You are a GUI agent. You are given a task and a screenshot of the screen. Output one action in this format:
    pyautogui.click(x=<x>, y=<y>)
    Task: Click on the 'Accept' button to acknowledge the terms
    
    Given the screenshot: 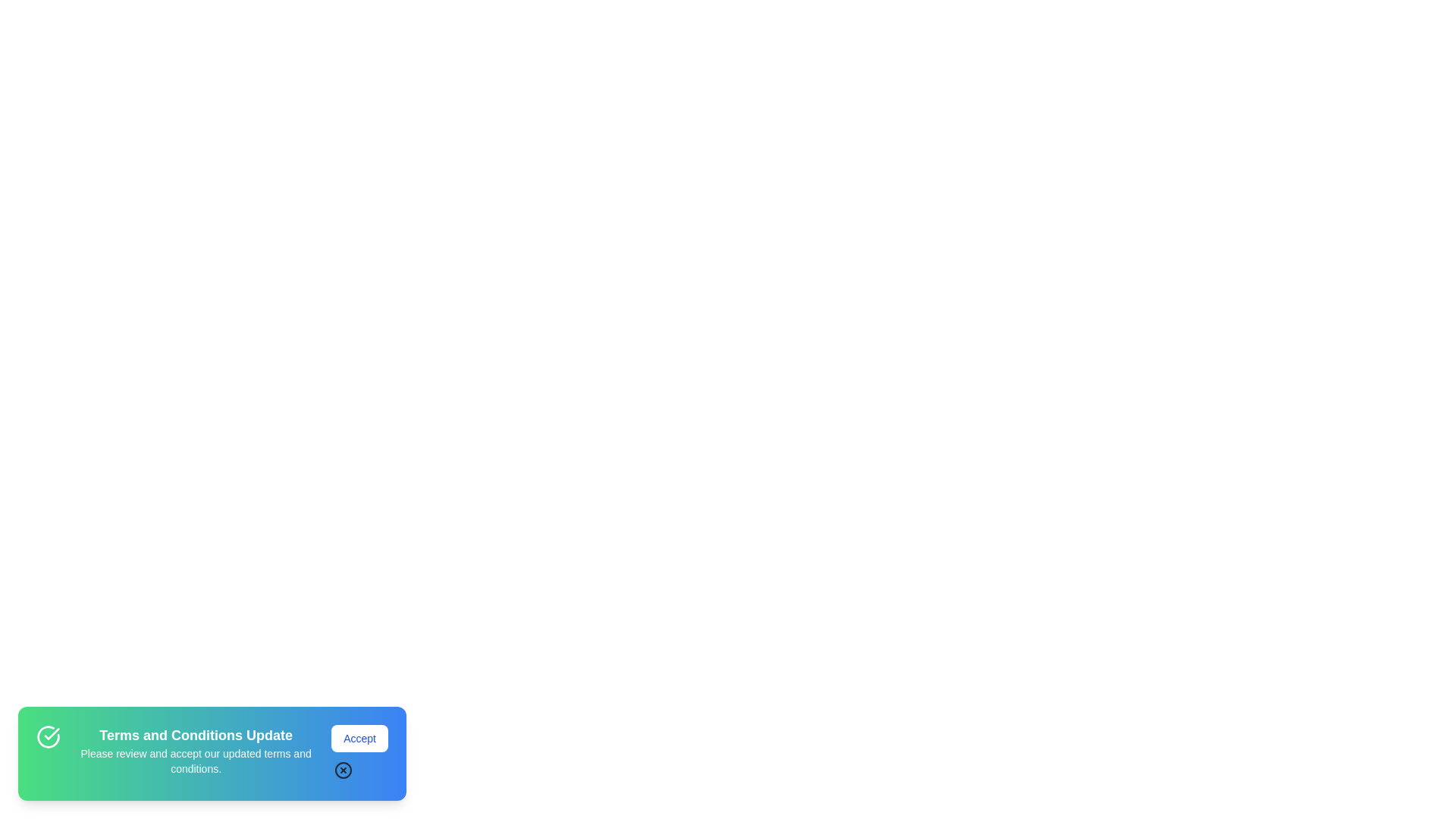 What is the action you would take?
    pyautogui.click(x=359, y=738)
    